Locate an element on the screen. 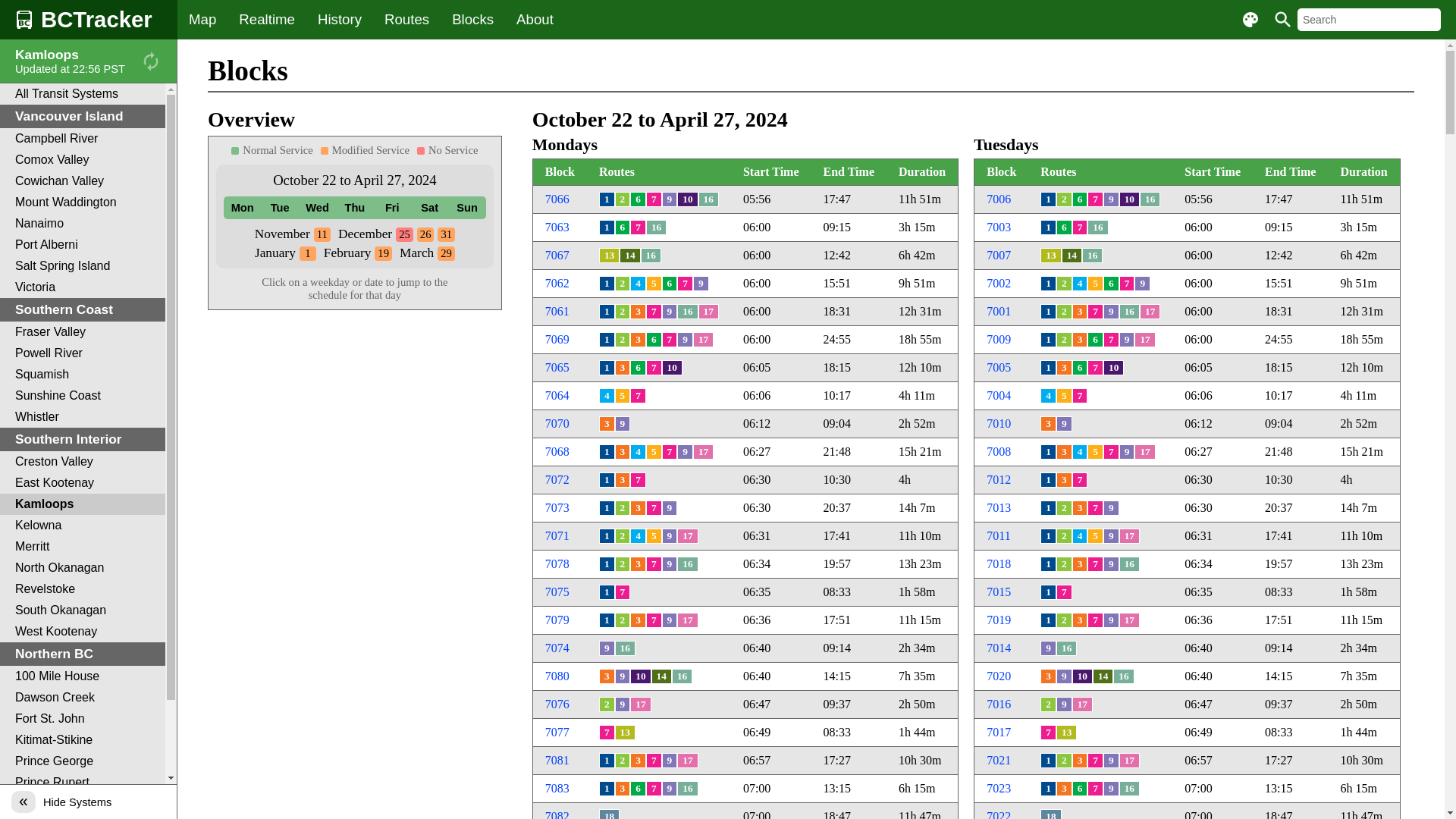 Image resolution: width=1456 pixels, height=819 pixels. '29' is located at coordinates (436, 252).